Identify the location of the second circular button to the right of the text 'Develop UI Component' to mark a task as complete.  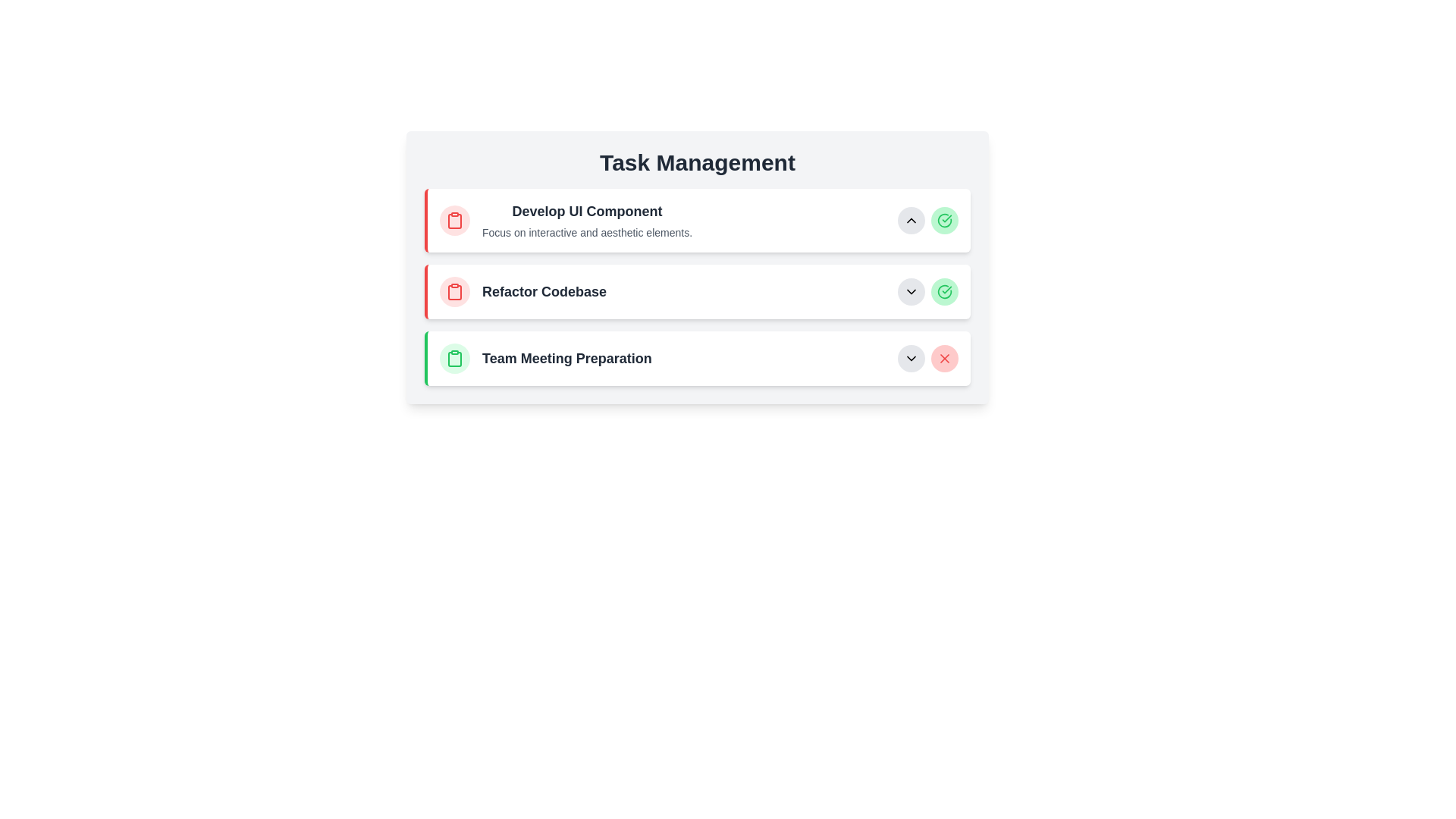
(944, 220).